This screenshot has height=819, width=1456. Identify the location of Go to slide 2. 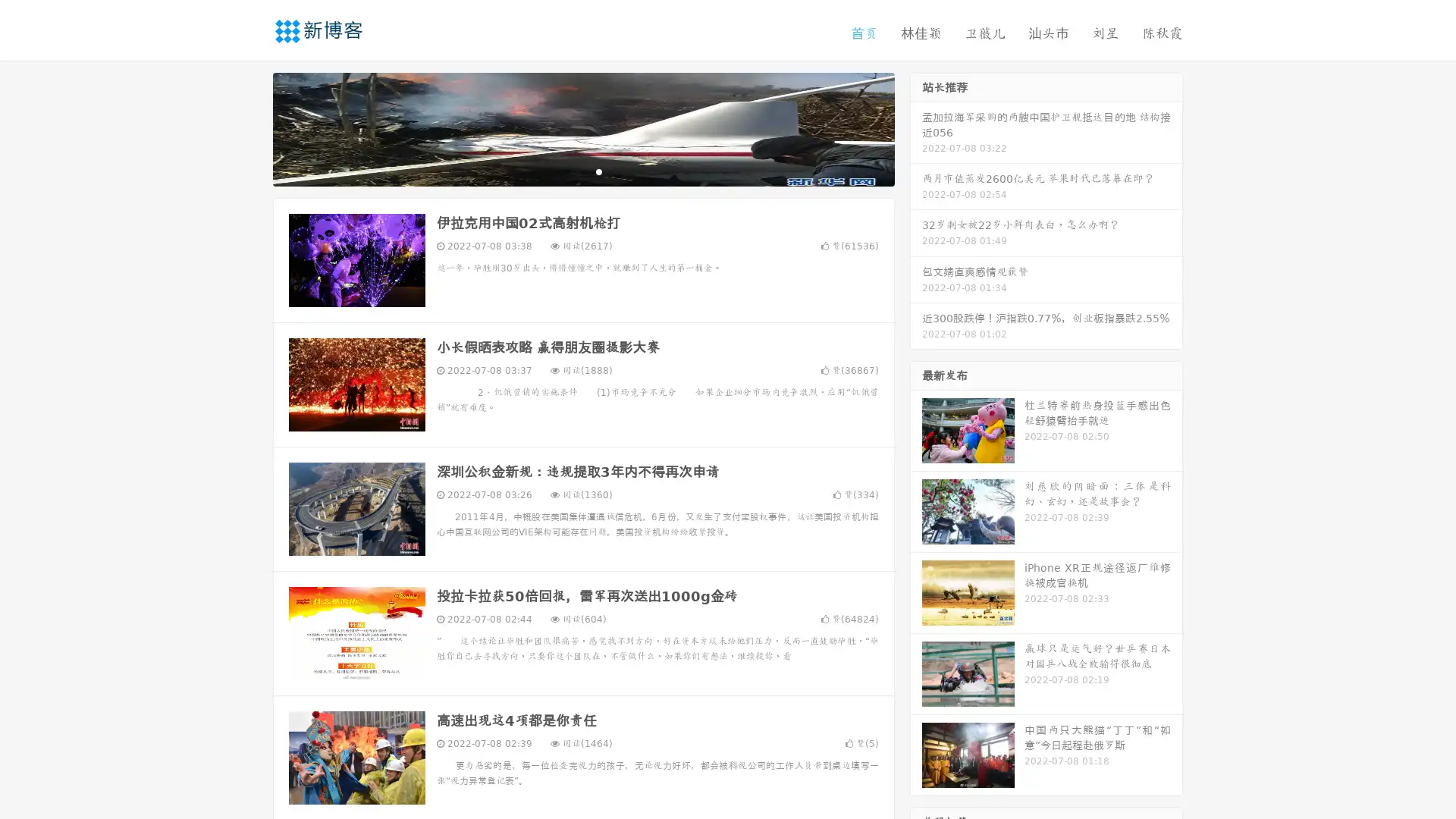
(582, 171).